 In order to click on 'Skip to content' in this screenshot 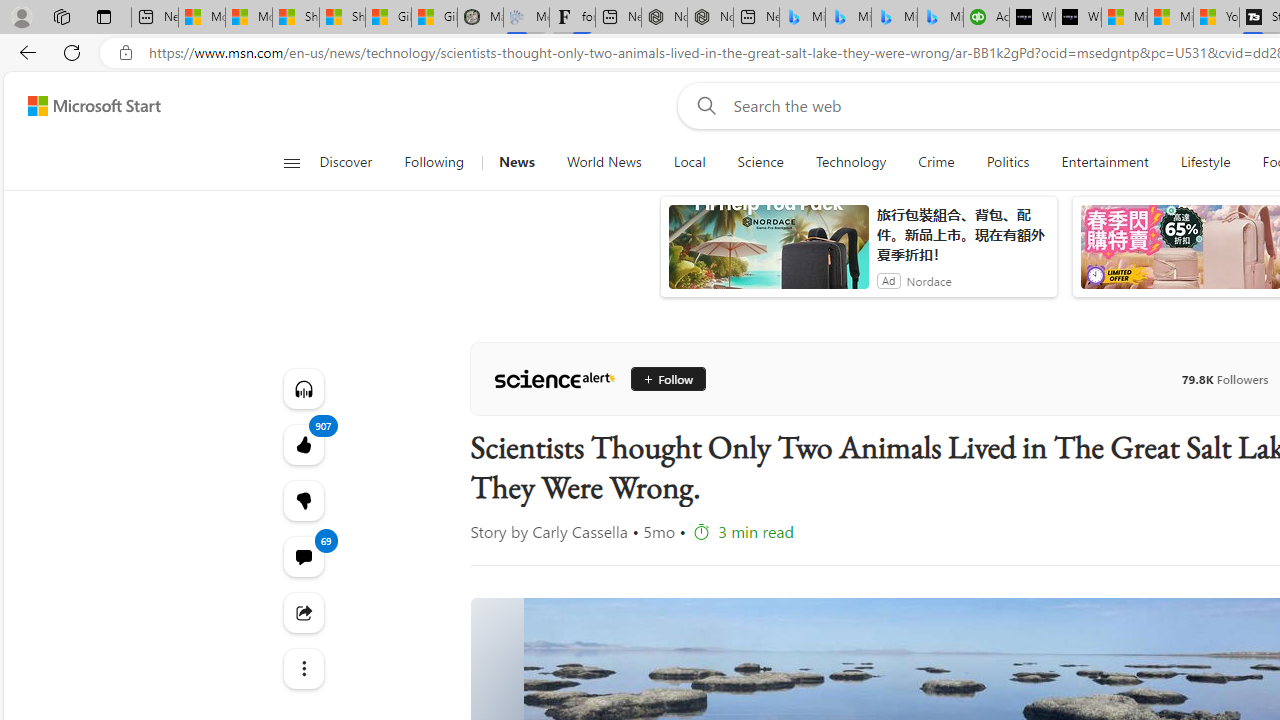, I will do `click(86, 105)`.